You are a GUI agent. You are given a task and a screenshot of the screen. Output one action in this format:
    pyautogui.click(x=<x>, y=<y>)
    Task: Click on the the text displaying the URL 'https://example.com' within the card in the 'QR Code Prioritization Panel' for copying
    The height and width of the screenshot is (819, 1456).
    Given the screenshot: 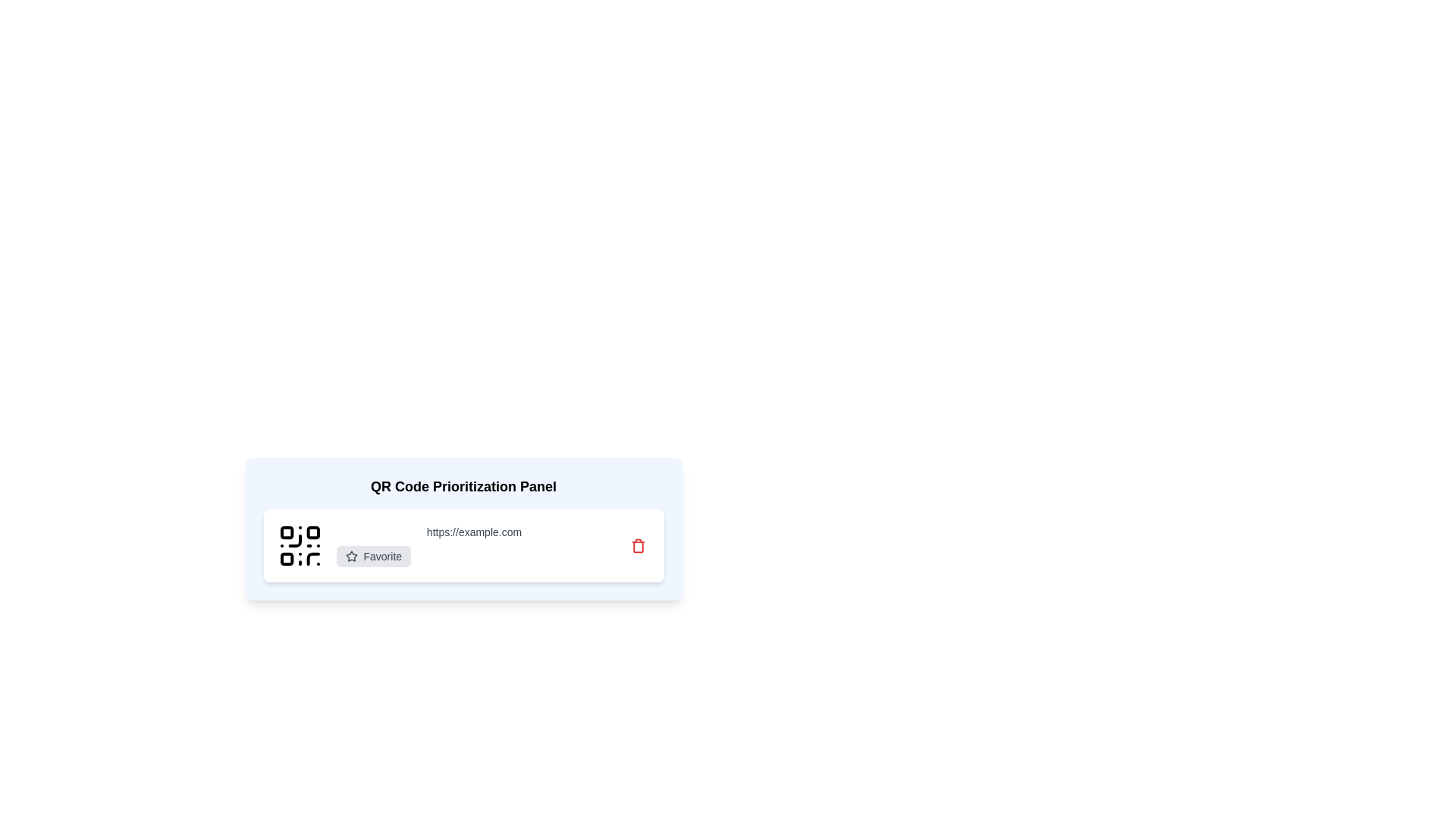 What is the action you would take?
    pyautogui.click(x=473, y=546)
    